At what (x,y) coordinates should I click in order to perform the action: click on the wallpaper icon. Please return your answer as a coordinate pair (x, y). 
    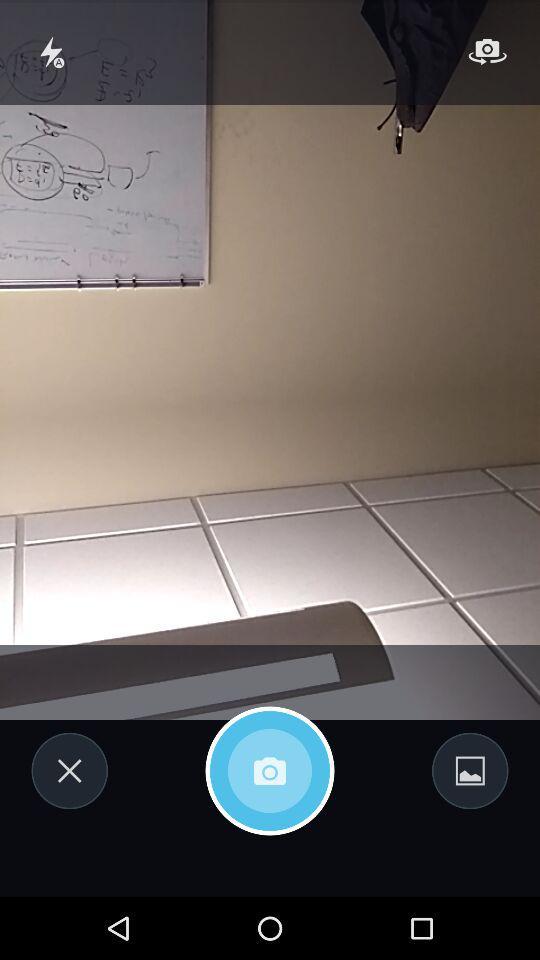
    Looking at the image, I should click on (470, 825).